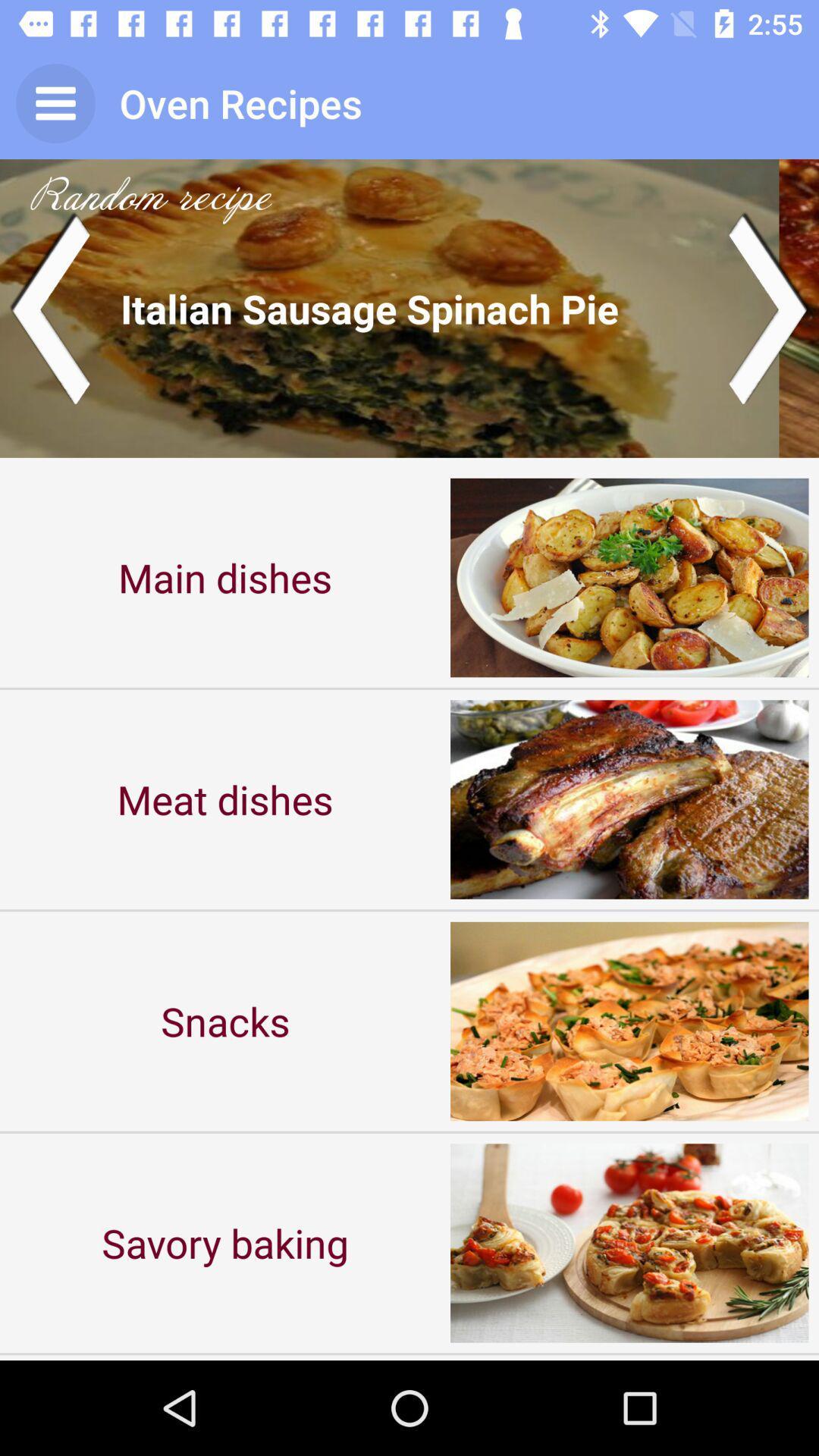  I want to click on the item below the savory baking, so click(225, 1357).